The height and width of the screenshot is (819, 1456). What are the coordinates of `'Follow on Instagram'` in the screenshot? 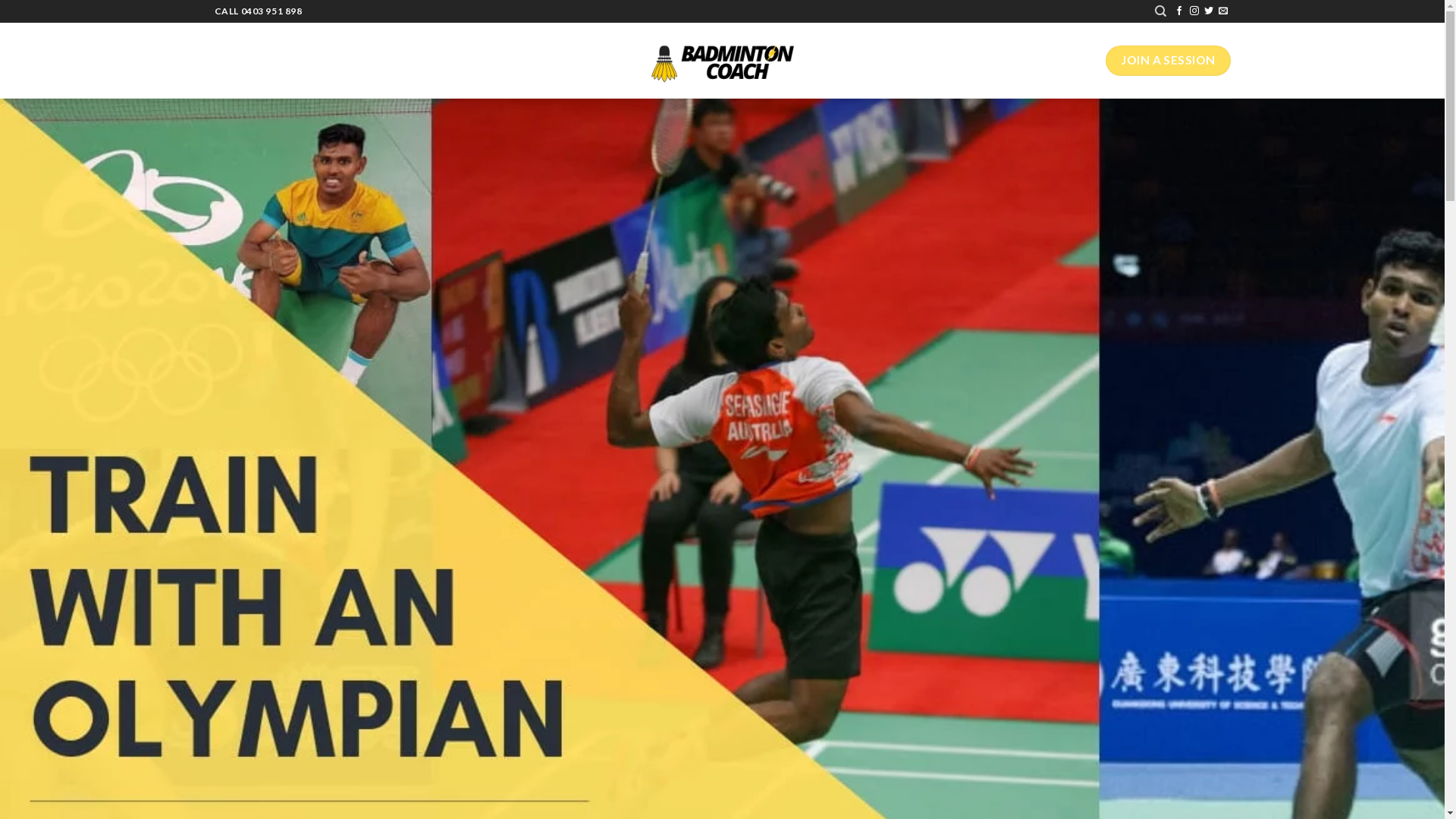 It's located at (1189, 11).